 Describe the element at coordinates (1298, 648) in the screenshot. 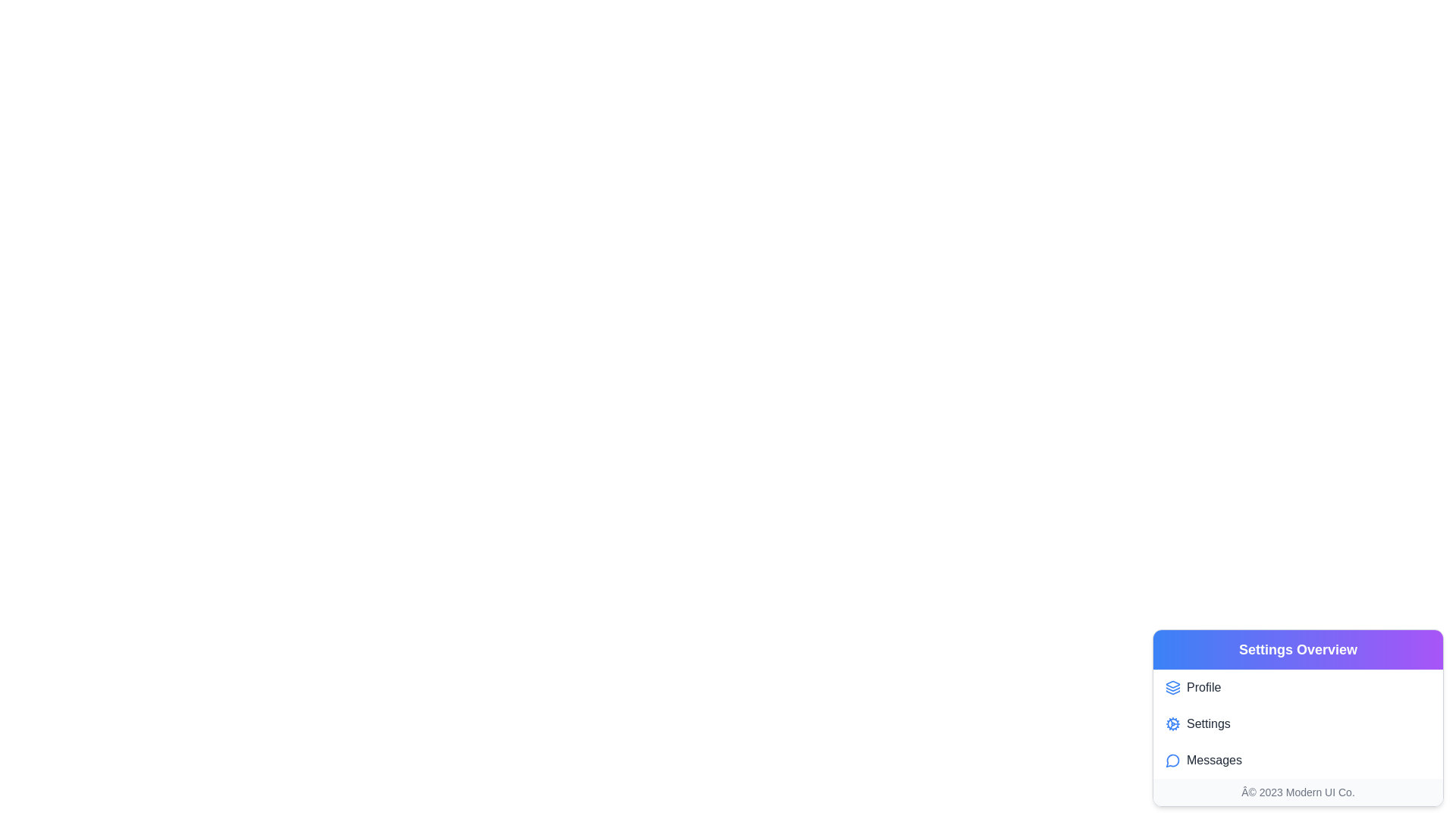

I see `the static header titled 'Settings Overview' located near the top of the menu panel, which has a gradient background of blue to purple` at that location.